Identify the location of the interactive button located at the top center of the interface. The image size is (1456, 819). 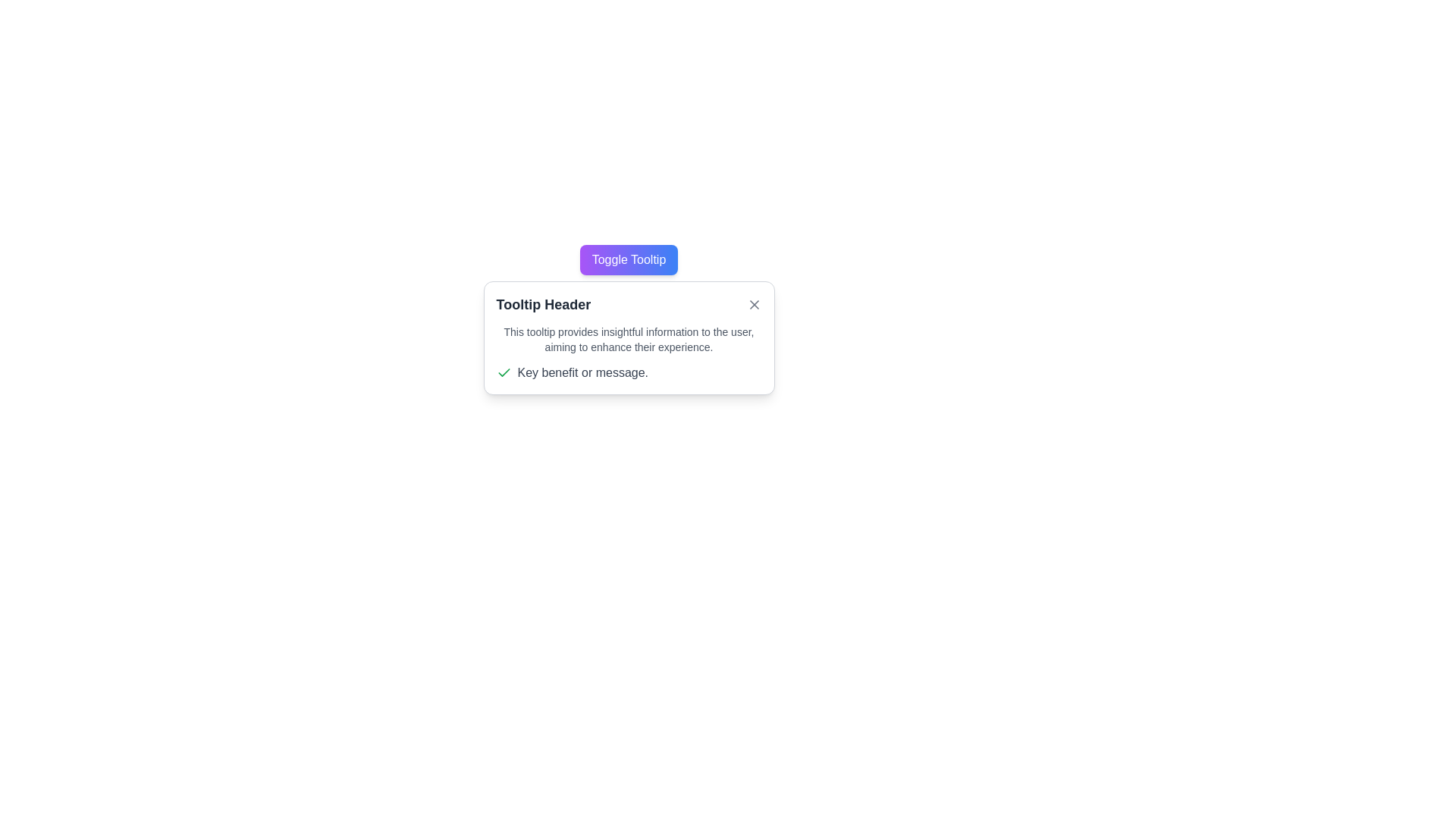
(629, 259).